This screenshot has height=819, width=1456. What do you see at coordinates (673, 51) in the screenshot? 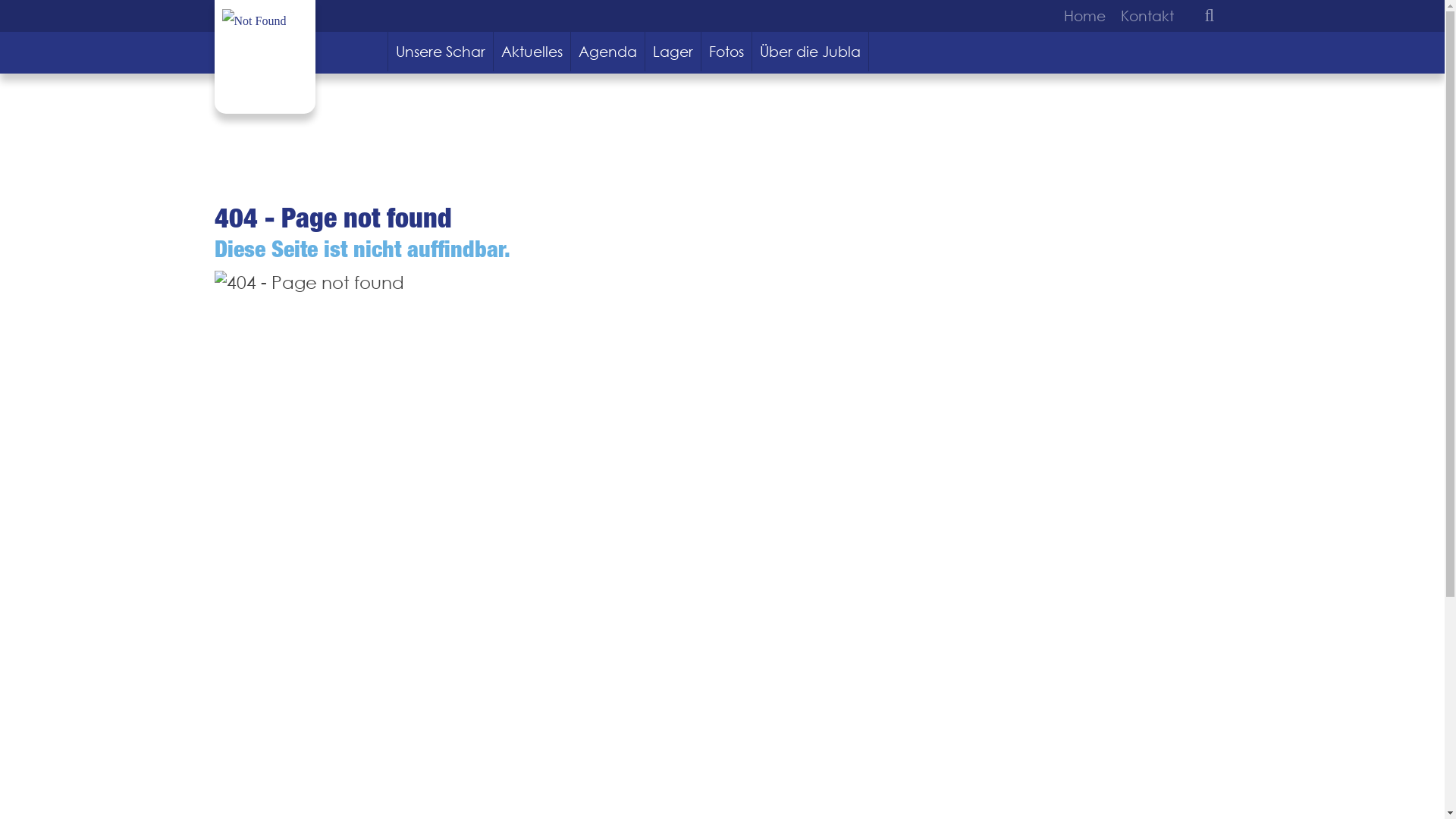
I see `'Lager'` at bounding box center [673, 51].